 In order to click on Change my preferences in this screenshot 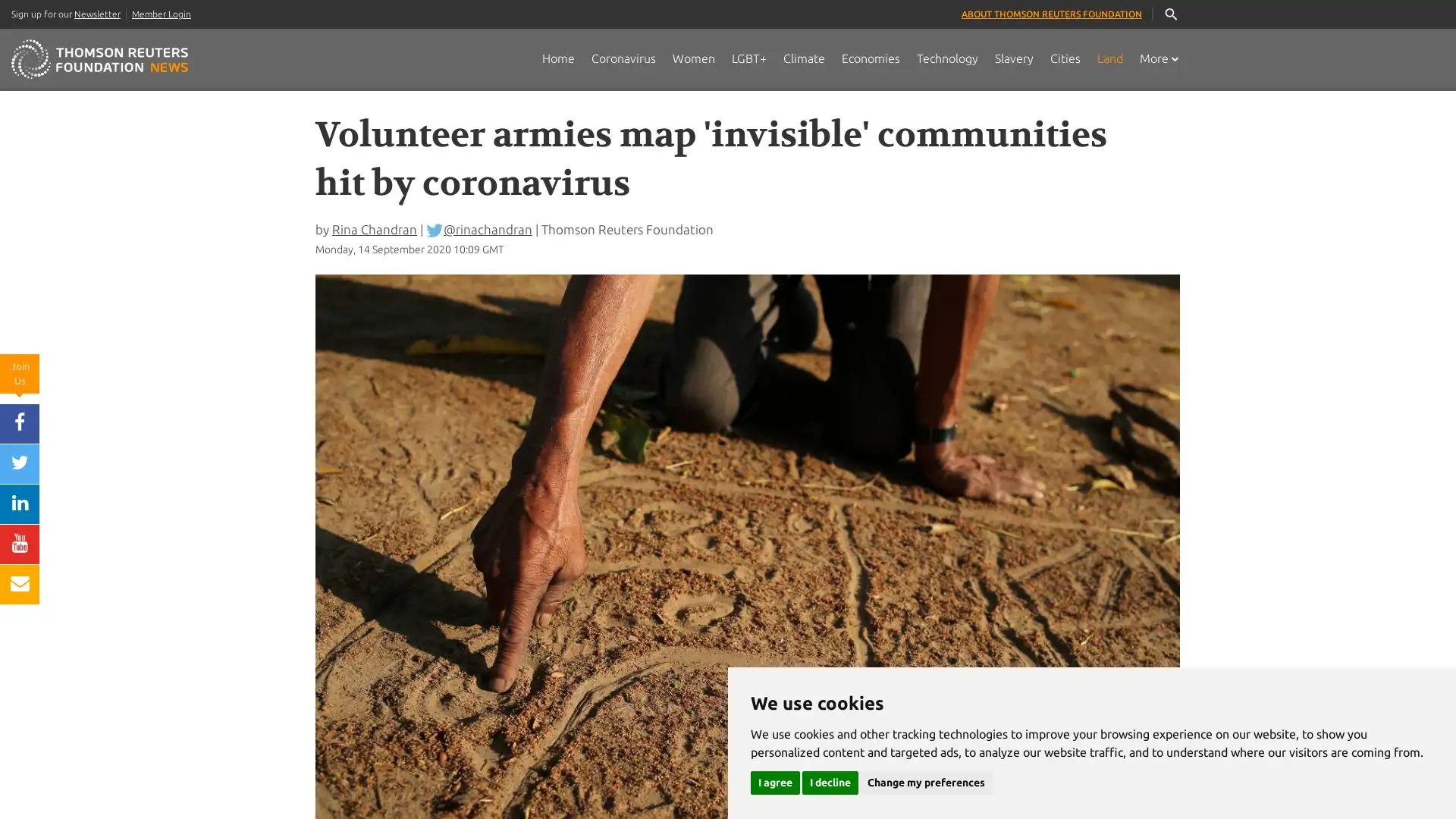, I will do `click(925, 782)`.